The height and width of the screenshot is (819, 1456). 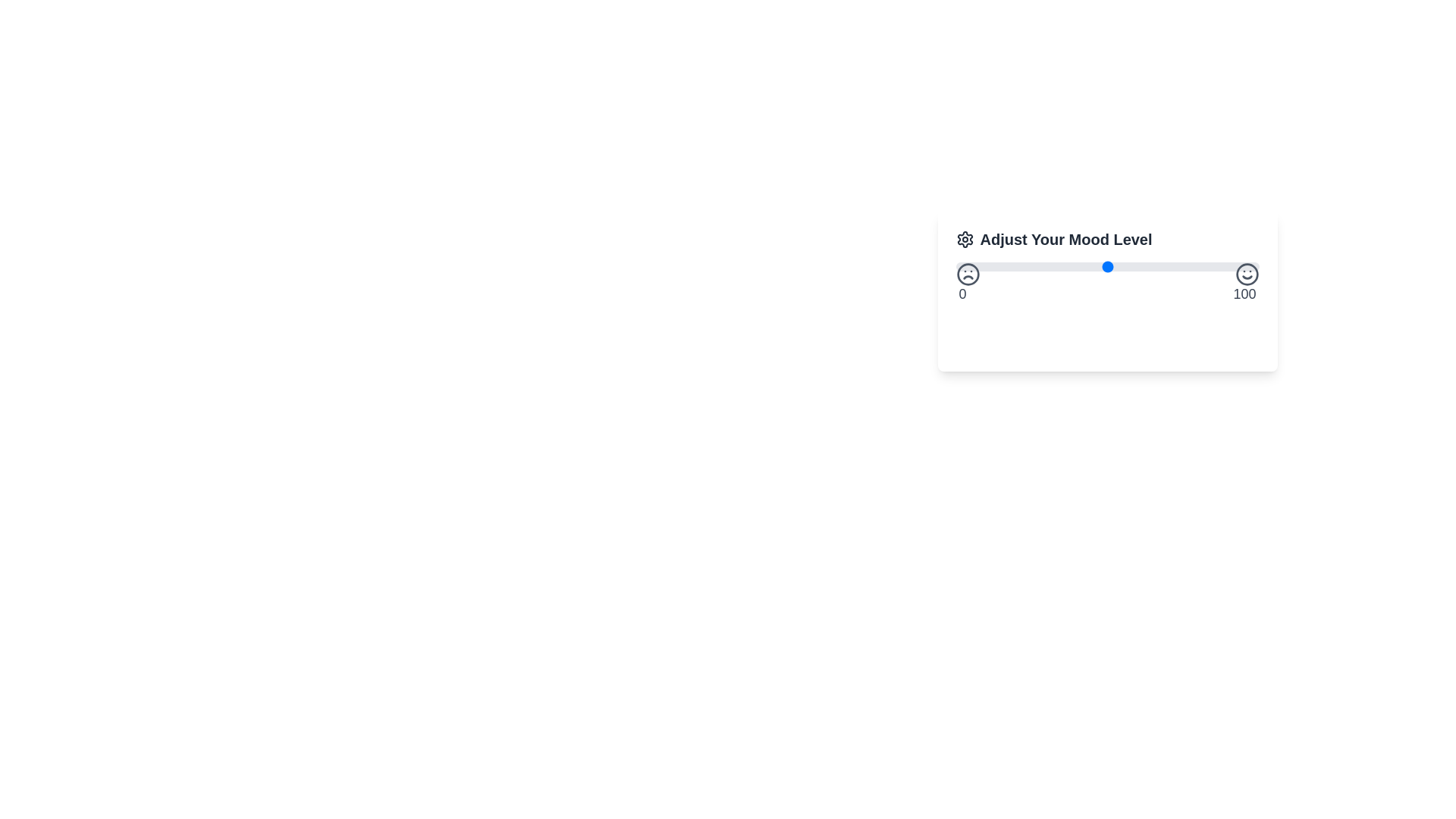 What do you see at coordinates (964, 239) in the screenshot?
I see `the settings icon related to 'Adjust Your Mood Level'` at bounding box center [964, 239].